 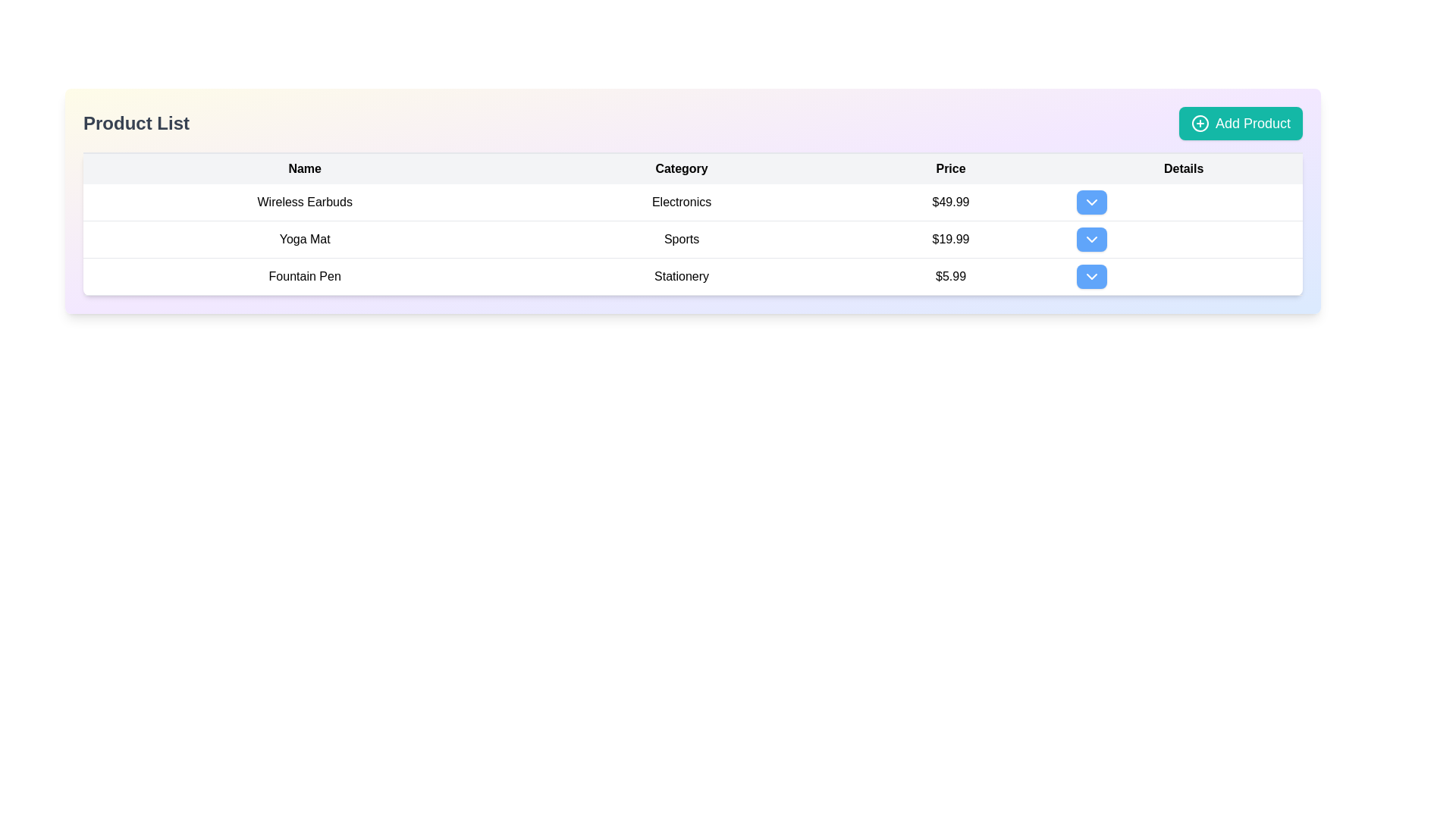 What do you see at coordinates (1092, 239) in the screenshot?
I see `the second button in the 'Details' column of the second row of the table` at bounding box center [1092, 239].